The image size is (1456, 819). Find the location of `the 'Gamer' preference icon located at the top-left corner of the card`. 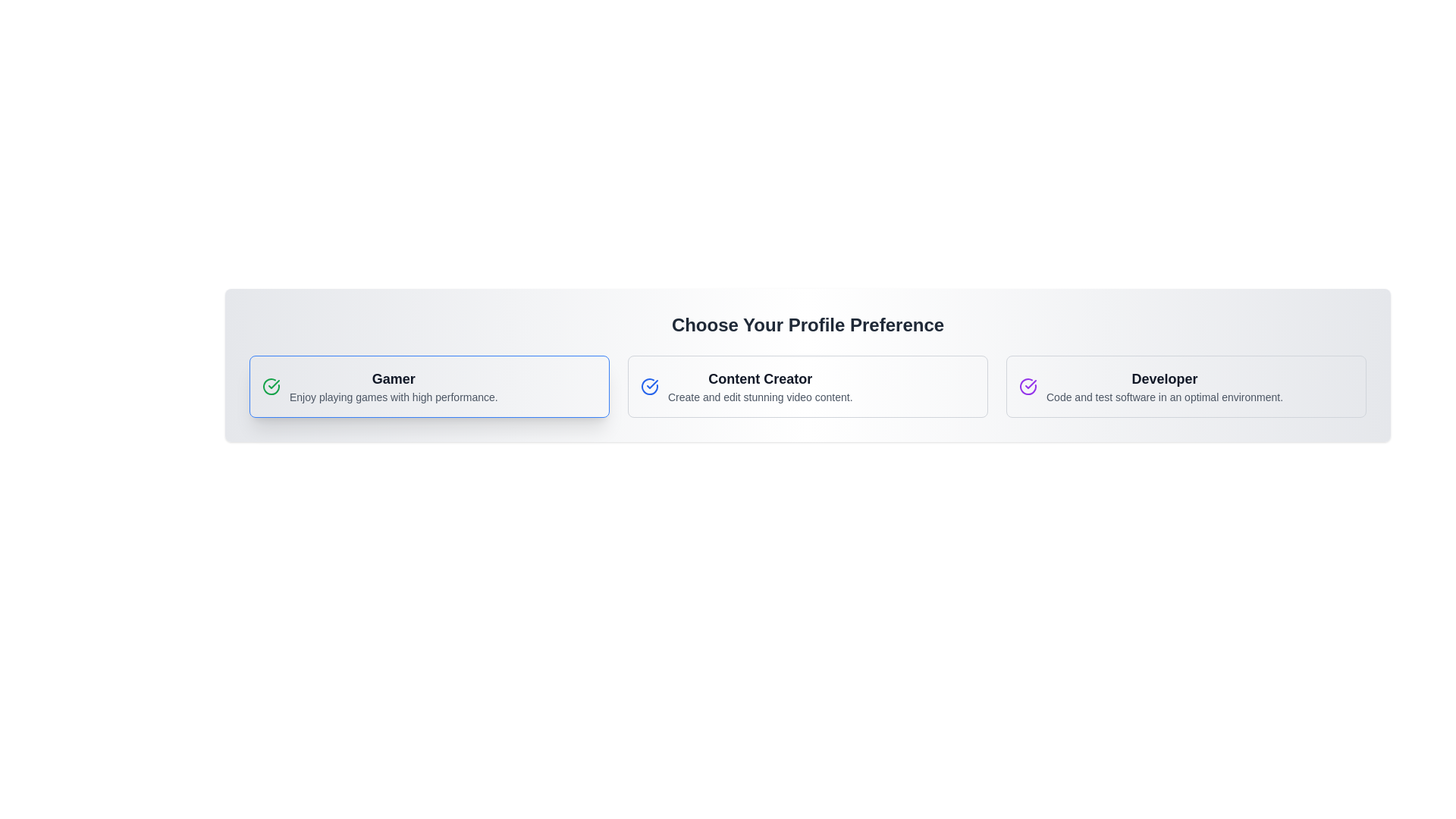

the 'Gamer' preference icon located at the top-left corner of the card is located at coordinates (271, 385).